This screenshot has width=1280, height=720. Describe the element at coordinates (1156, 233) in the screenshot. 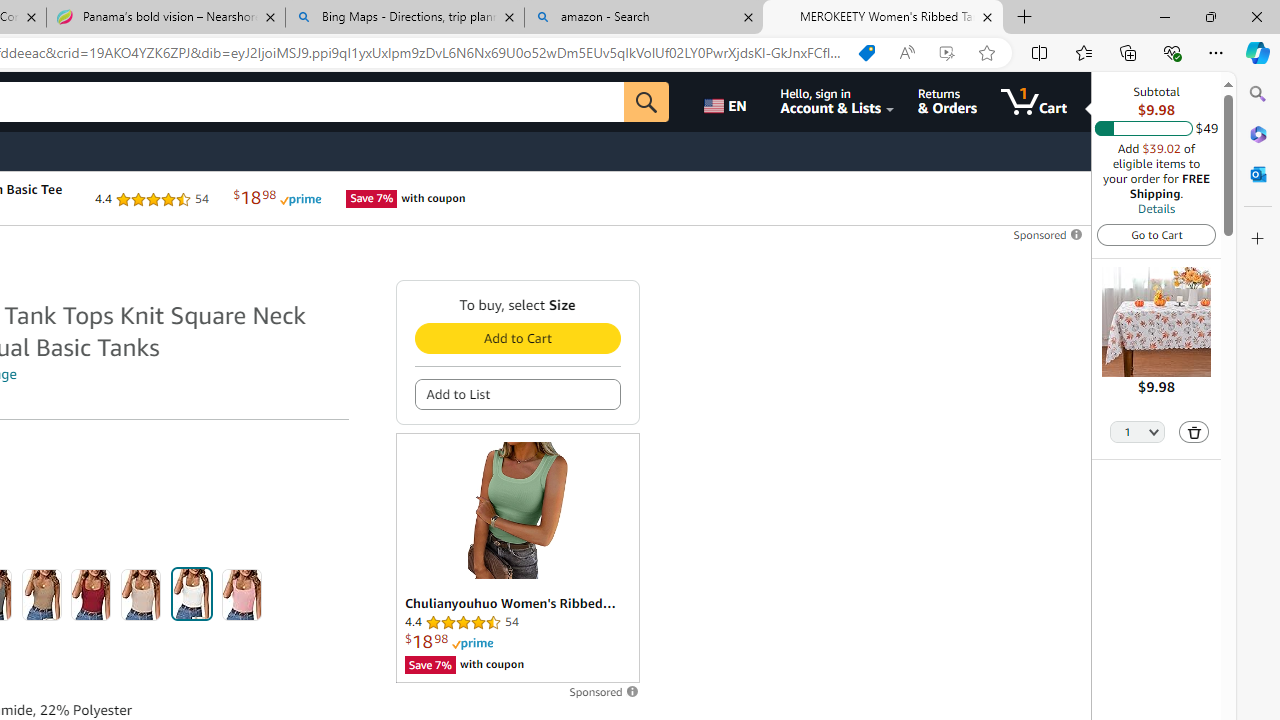

I see `'Go to Cart'` at that location.